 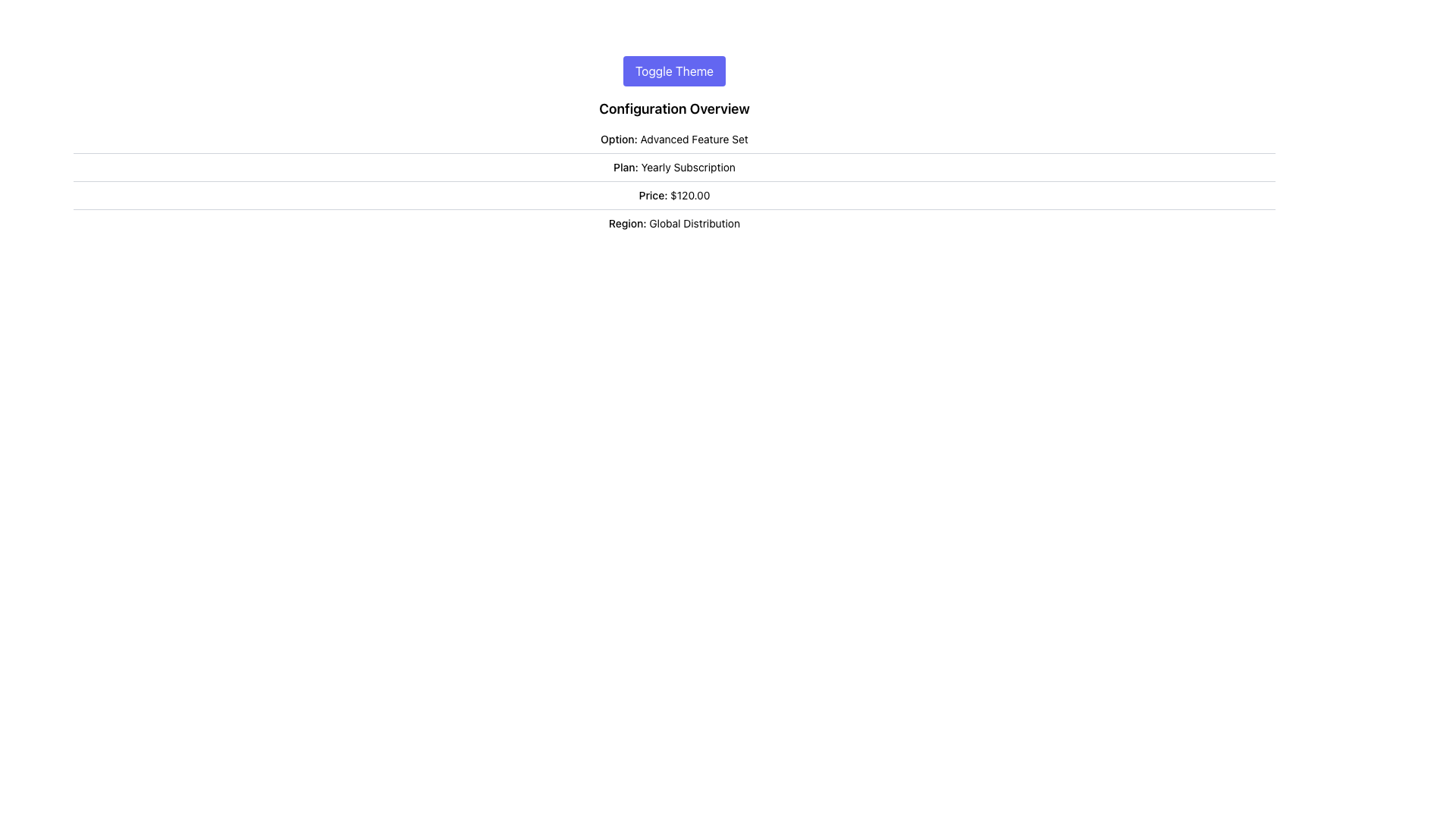 I want to click on the Text label displaying the price '$120.00' that follows the prefix 'Price:' in the 'Configuration Overview' section, so click(x=689, y=194).